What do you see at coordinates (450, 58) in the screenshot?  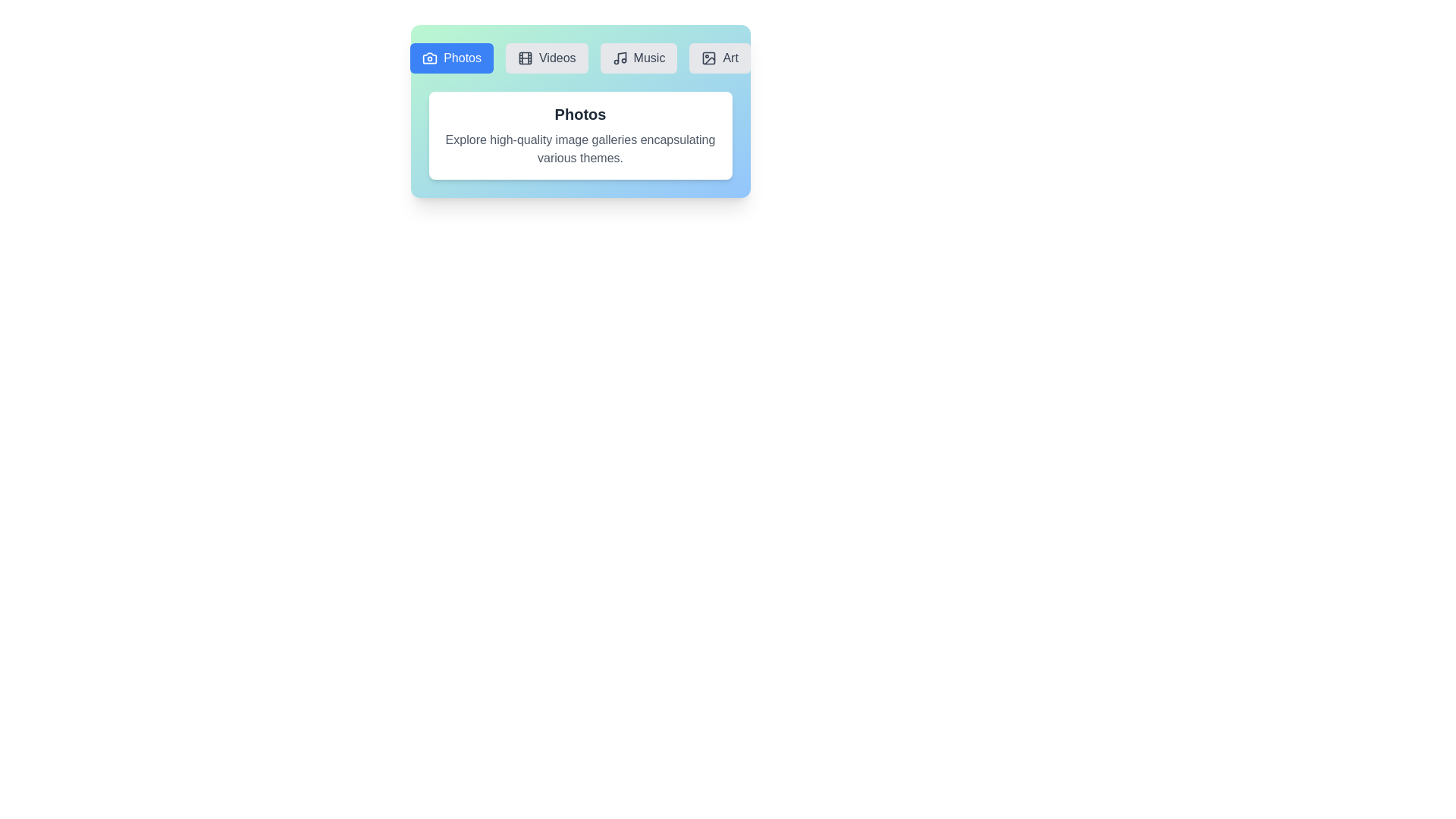 I see `the Photos tab` at bounding box center [450, 58].